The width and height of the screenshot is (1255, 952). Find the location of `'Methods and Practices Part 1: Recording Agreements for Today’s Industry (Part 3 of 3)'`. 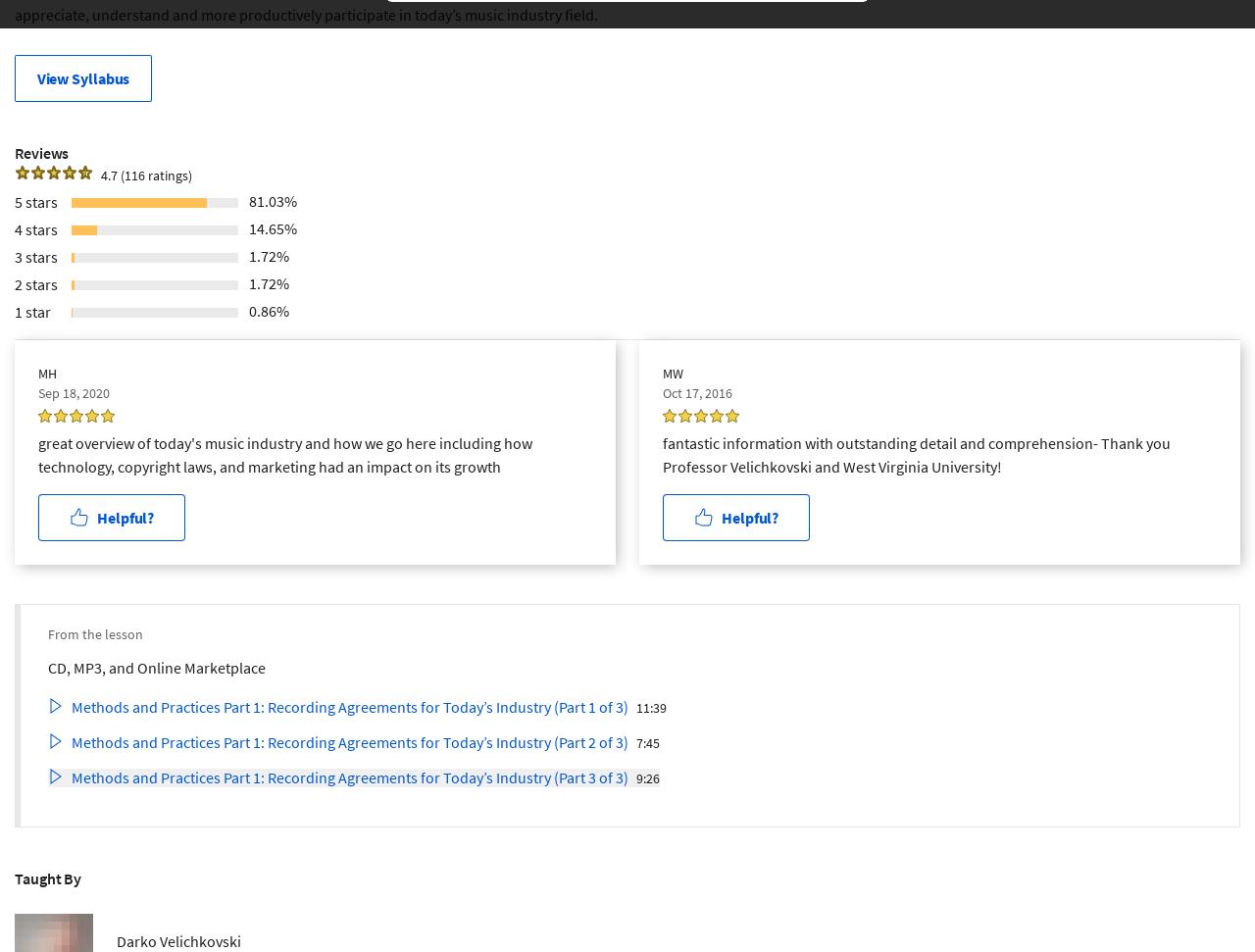

'Methods and Practices Part 1: Recording Agreements for Today’s Industry (Part 3 of 3)' is located at coordinates (349, 777).